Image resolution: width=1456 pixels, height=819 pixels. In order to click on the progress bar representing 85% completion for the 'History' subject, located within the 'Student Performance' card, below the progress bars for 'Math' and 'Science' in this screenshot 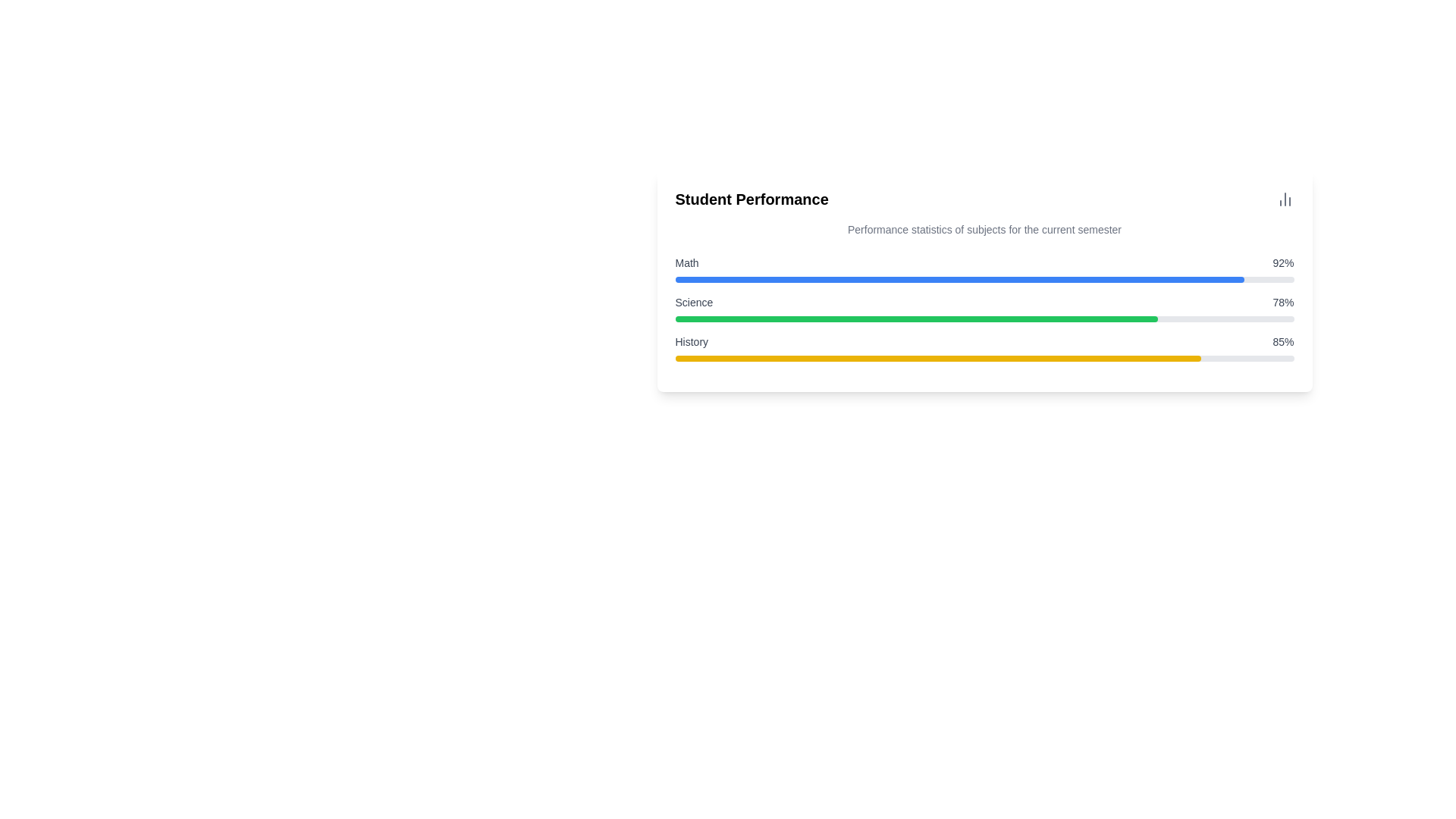, I will do `click(937, 359)`.